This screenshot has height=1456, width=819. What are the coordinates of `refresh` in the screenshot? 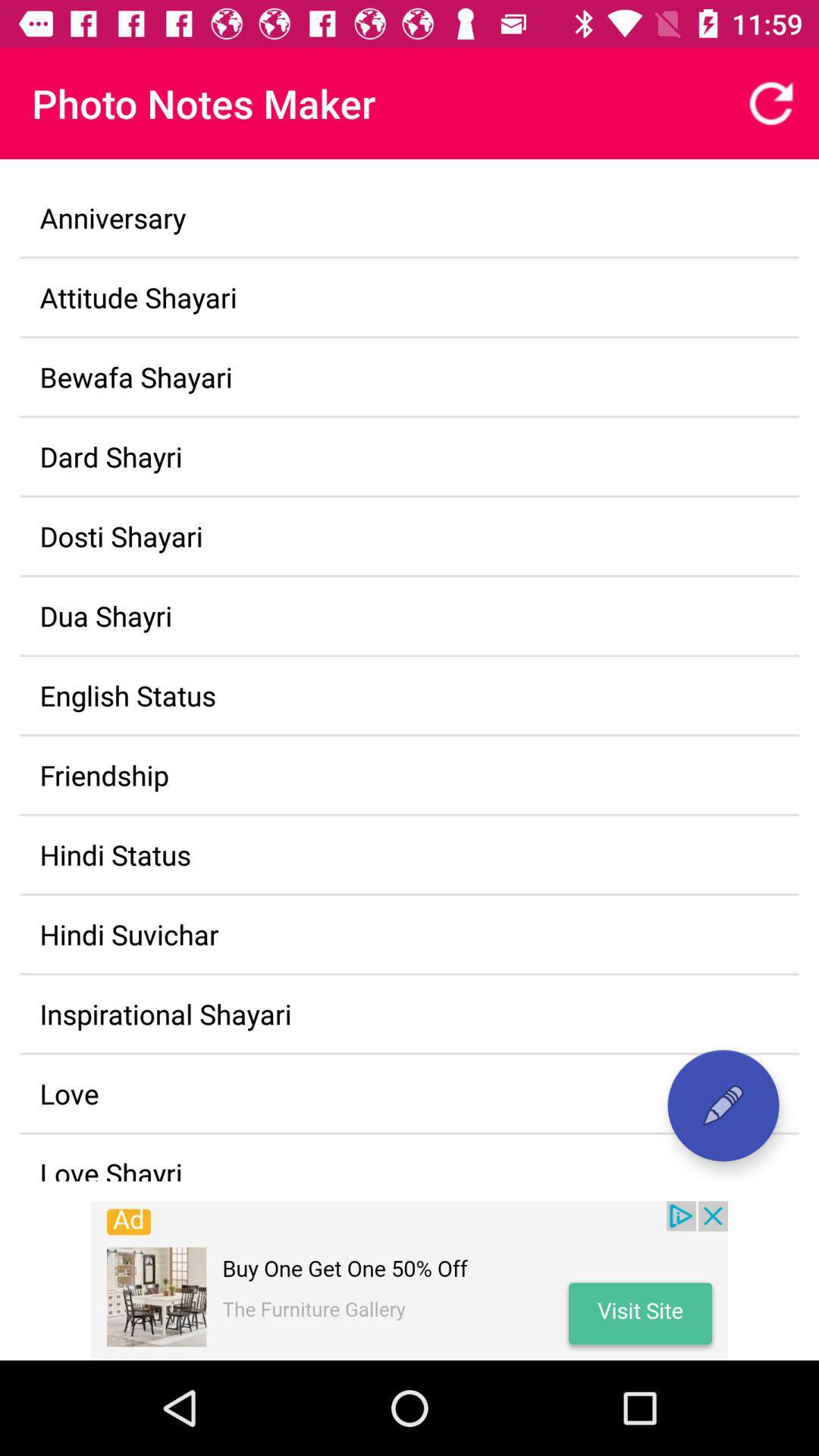 It's located at (771, 102).